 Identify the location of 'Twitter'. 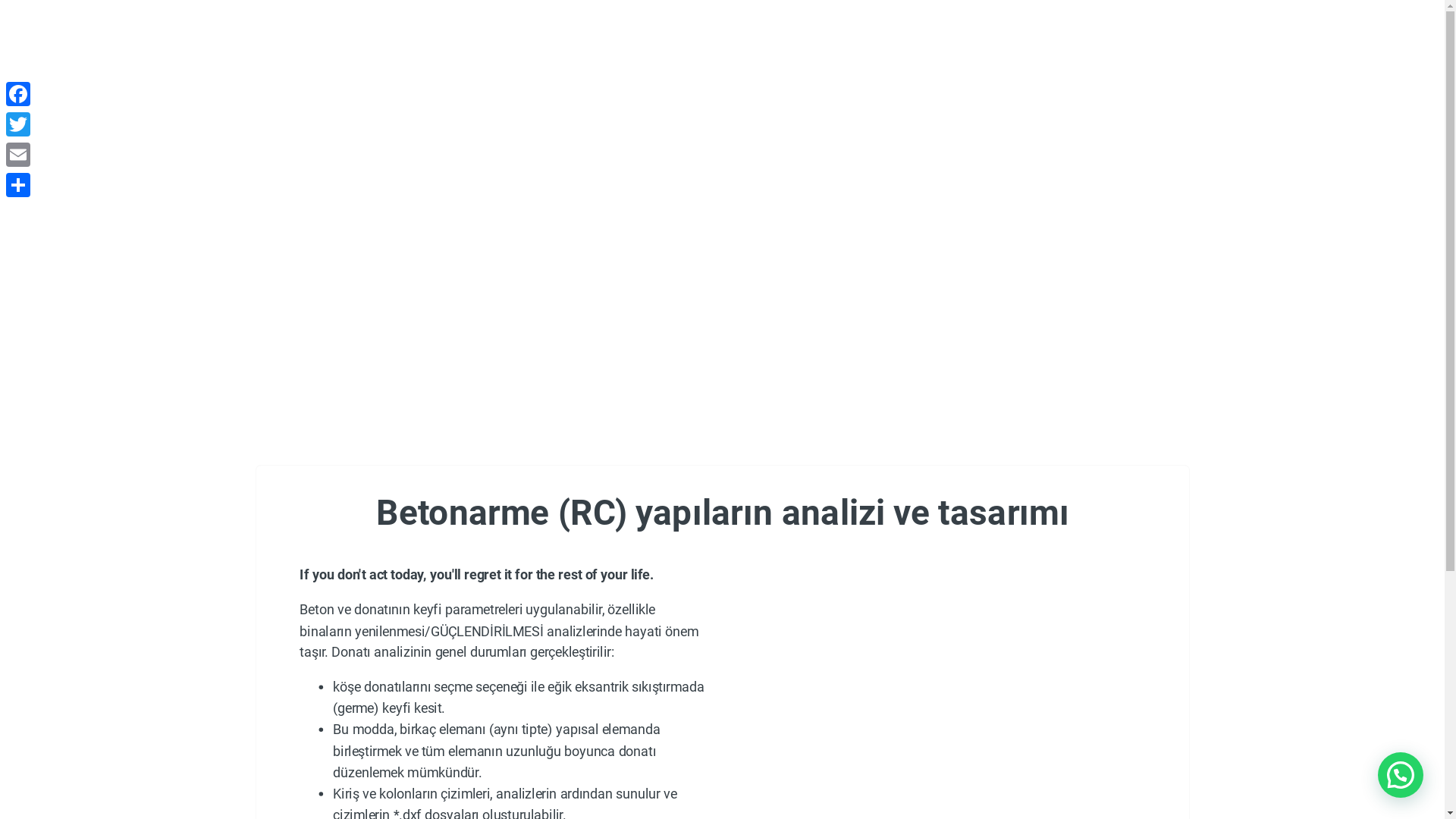
(18, 124).